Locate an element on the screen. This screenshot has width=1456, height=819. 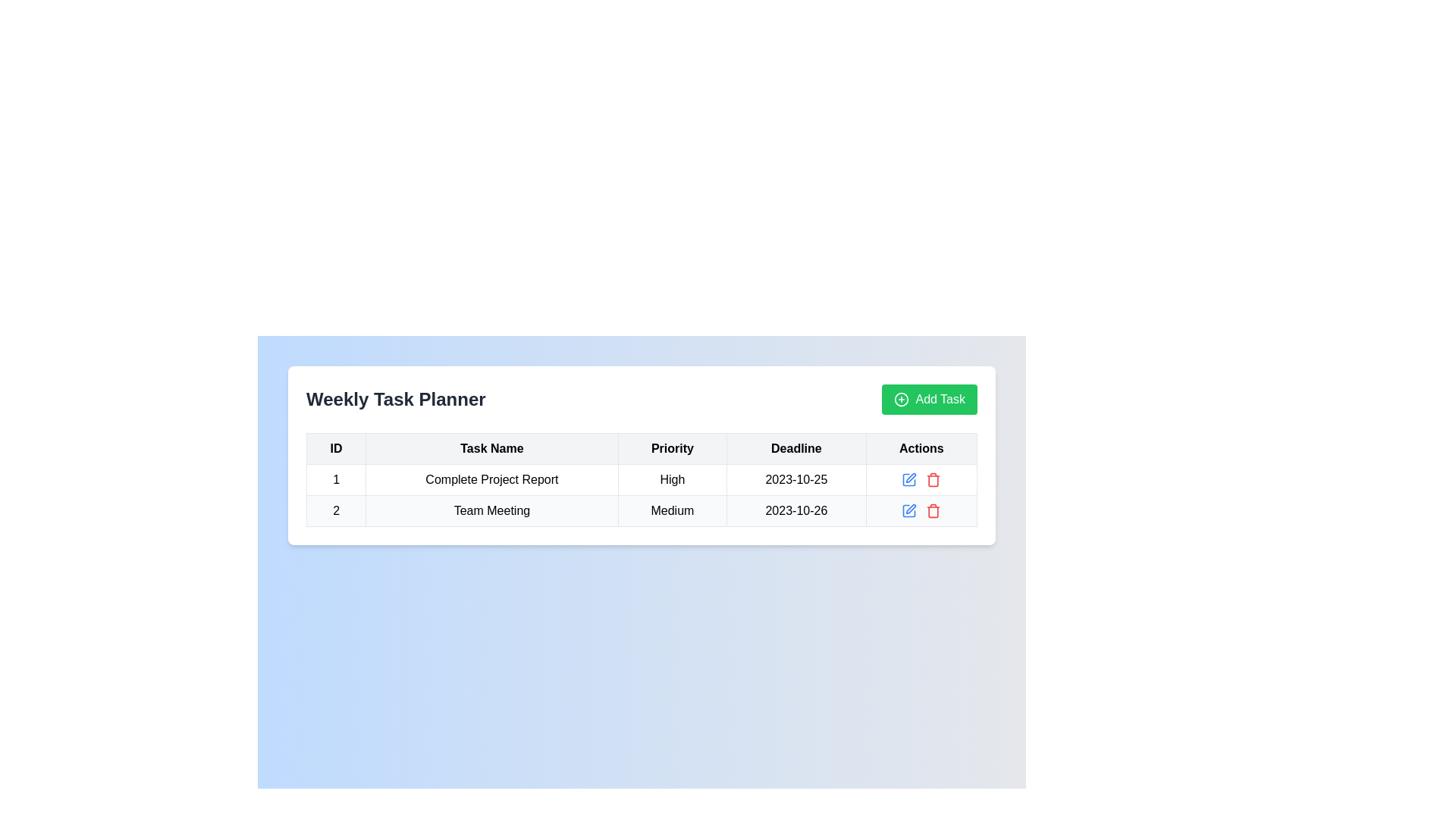
the edit button located in the 'Actions' column of the second row in the table to initiate the edit action is located at coordinates (909, 511).